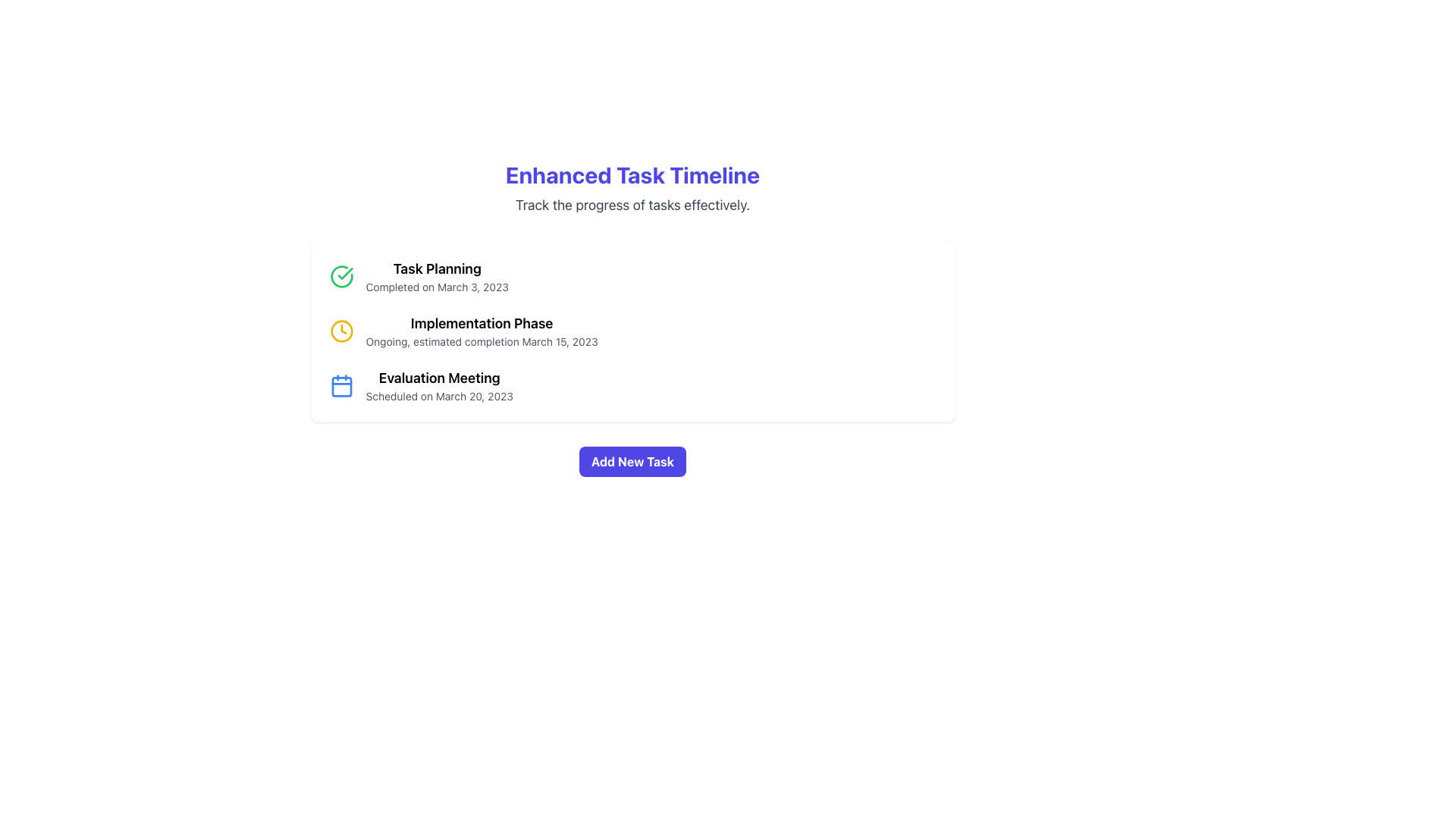 The height and width of the screenshot is (819, 1456). What do you see at coordinates (340, 330) in the screenshot?
I see `the SVG circle component of the clock icon indicating the ongoing status for the second task item labeled 'Implementation Phase'` at bounding box center [340, 330].